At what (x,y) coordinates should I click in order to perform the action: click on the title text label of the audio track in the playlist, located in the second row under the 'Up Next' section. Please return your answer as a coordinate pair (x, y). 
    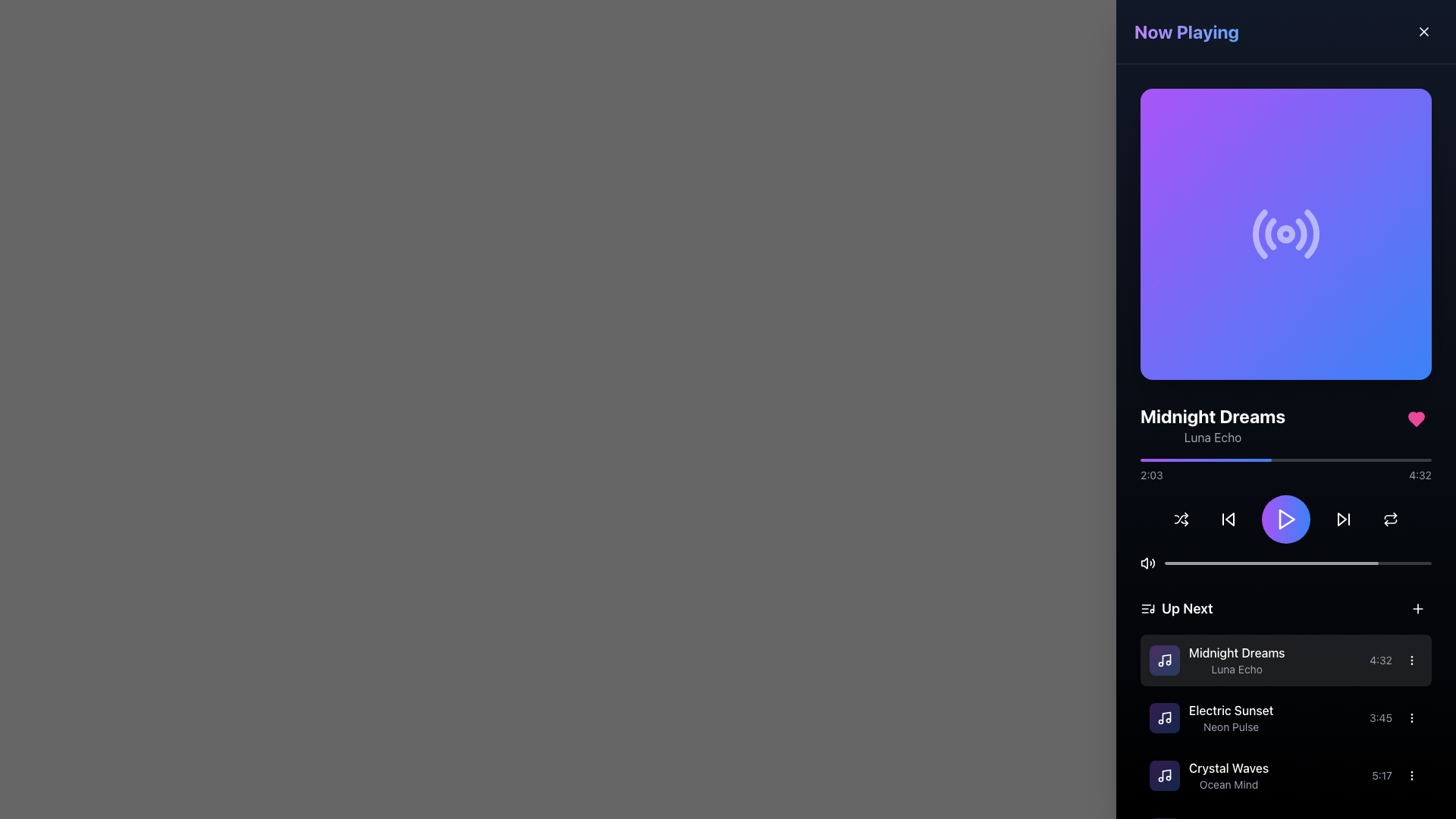
    Looking at the image, I should click on (1231, 711).